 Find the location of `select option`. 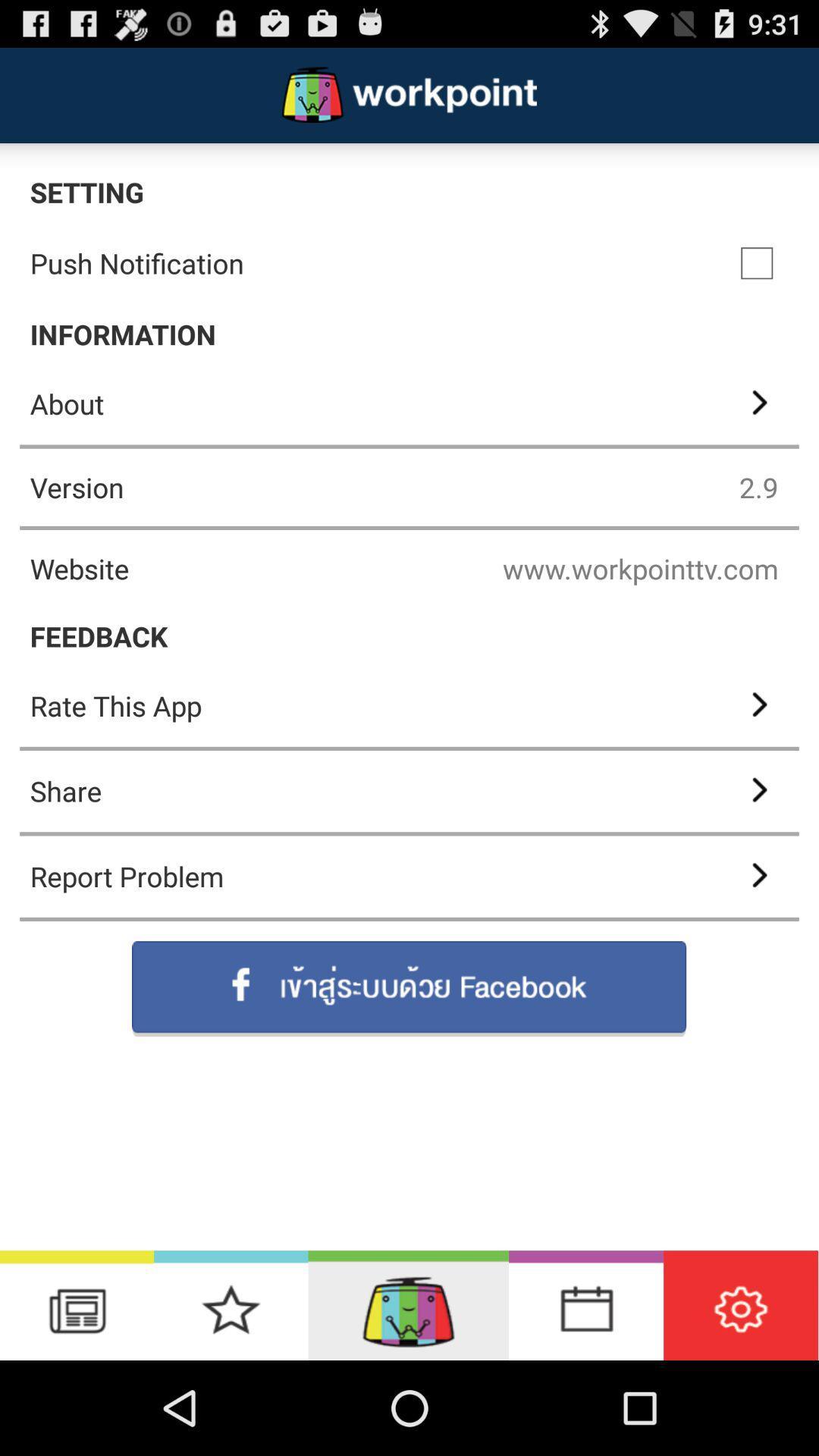

select option is located at coordinates (757, 263).